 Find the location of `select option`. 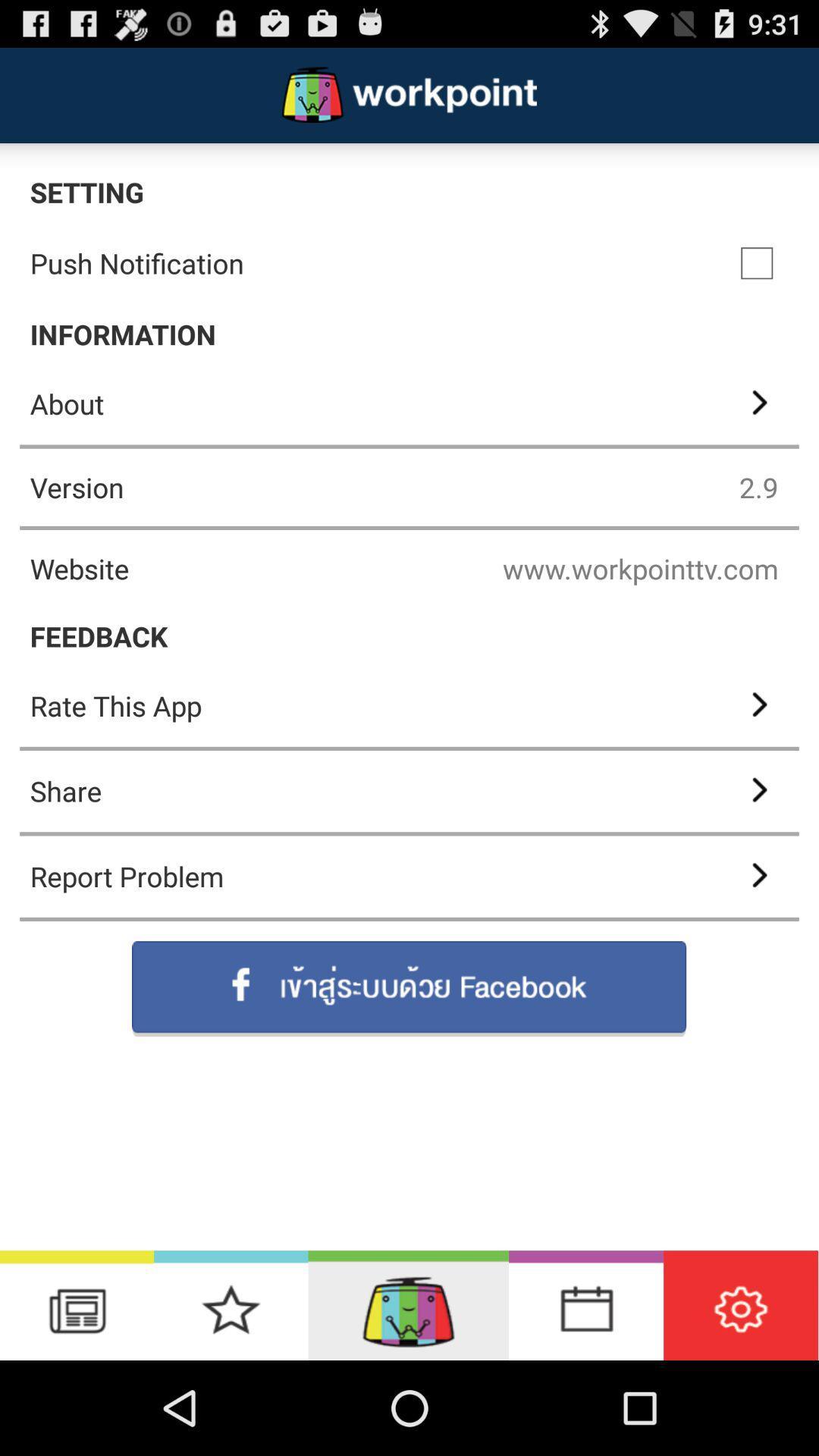

select option is located at coordinates (757, 263).